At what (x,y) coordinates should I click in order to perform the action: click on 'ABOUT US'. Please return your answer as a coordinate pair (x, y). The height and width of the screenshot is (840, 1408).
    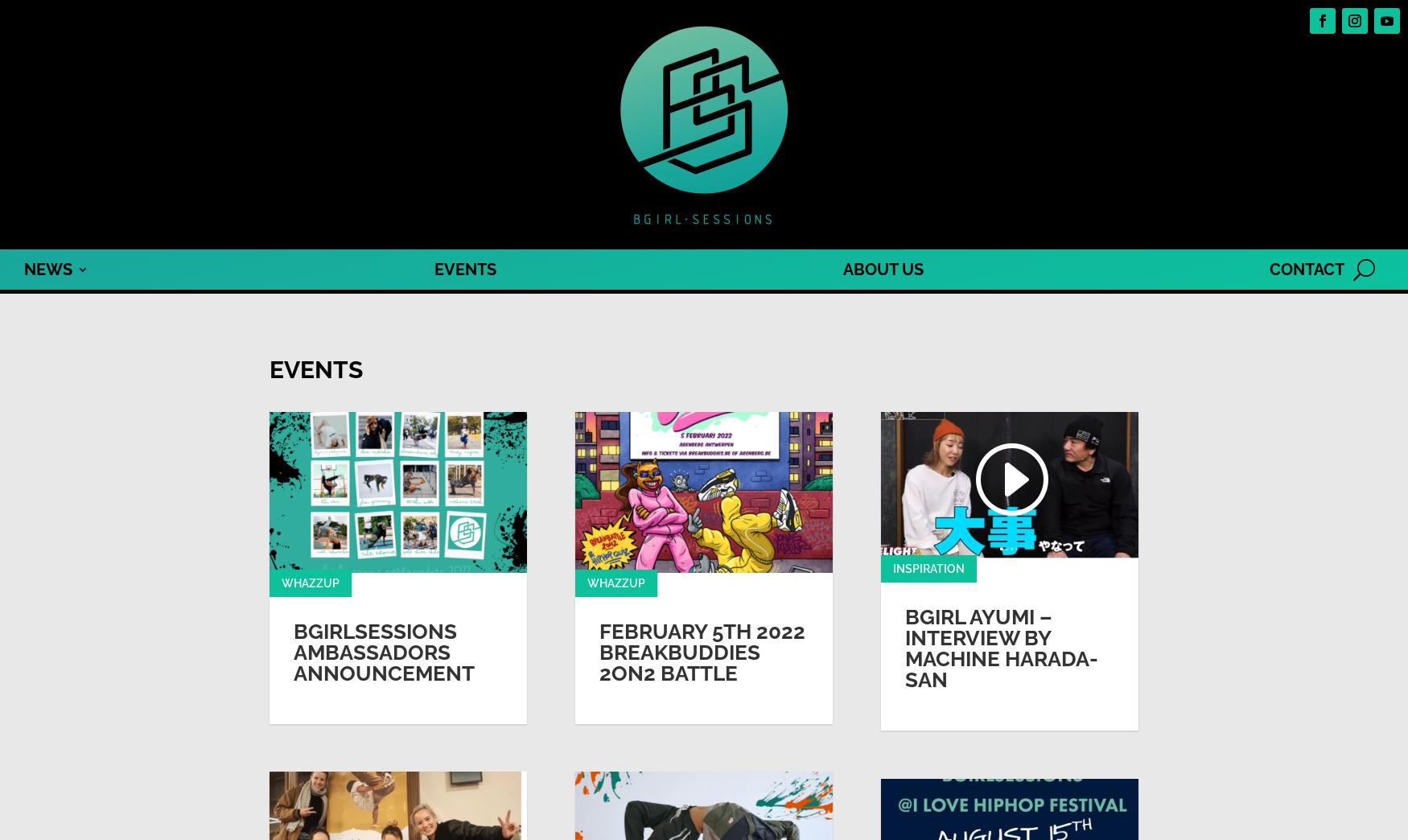
    Looking at the image, I should click on (883, 270).